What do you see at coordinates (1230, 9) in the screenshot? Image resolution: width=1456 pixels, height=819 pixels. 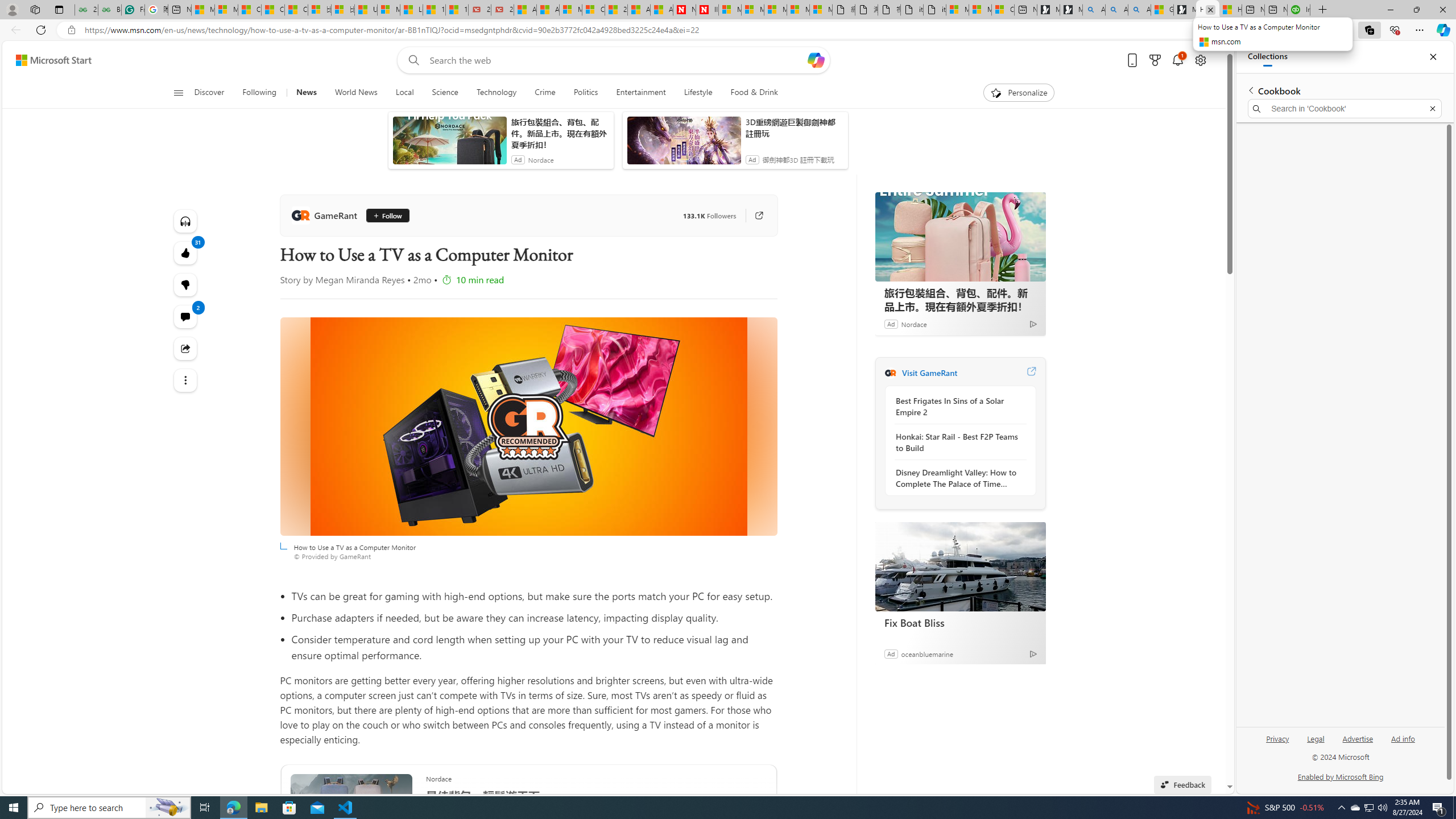 I see `'How to Use a TV as a Computer Monitor'` at bounding box center [1230, 9].